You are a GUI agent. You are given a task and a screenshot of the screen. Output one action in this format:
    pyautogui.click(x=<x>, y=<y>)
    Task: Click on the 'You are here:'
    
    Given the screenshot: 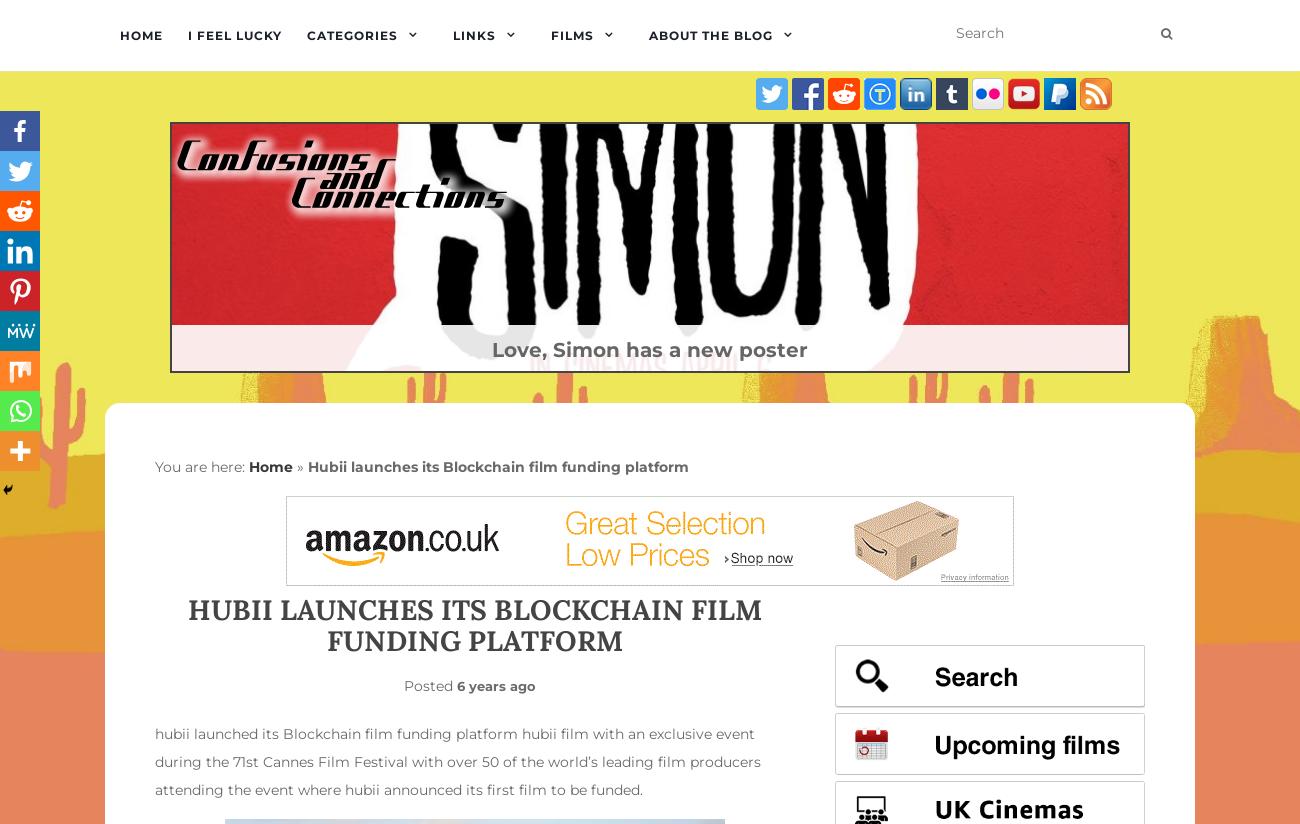 What is the action you would take?
    pyautogui.click(x=202, y=466)
    